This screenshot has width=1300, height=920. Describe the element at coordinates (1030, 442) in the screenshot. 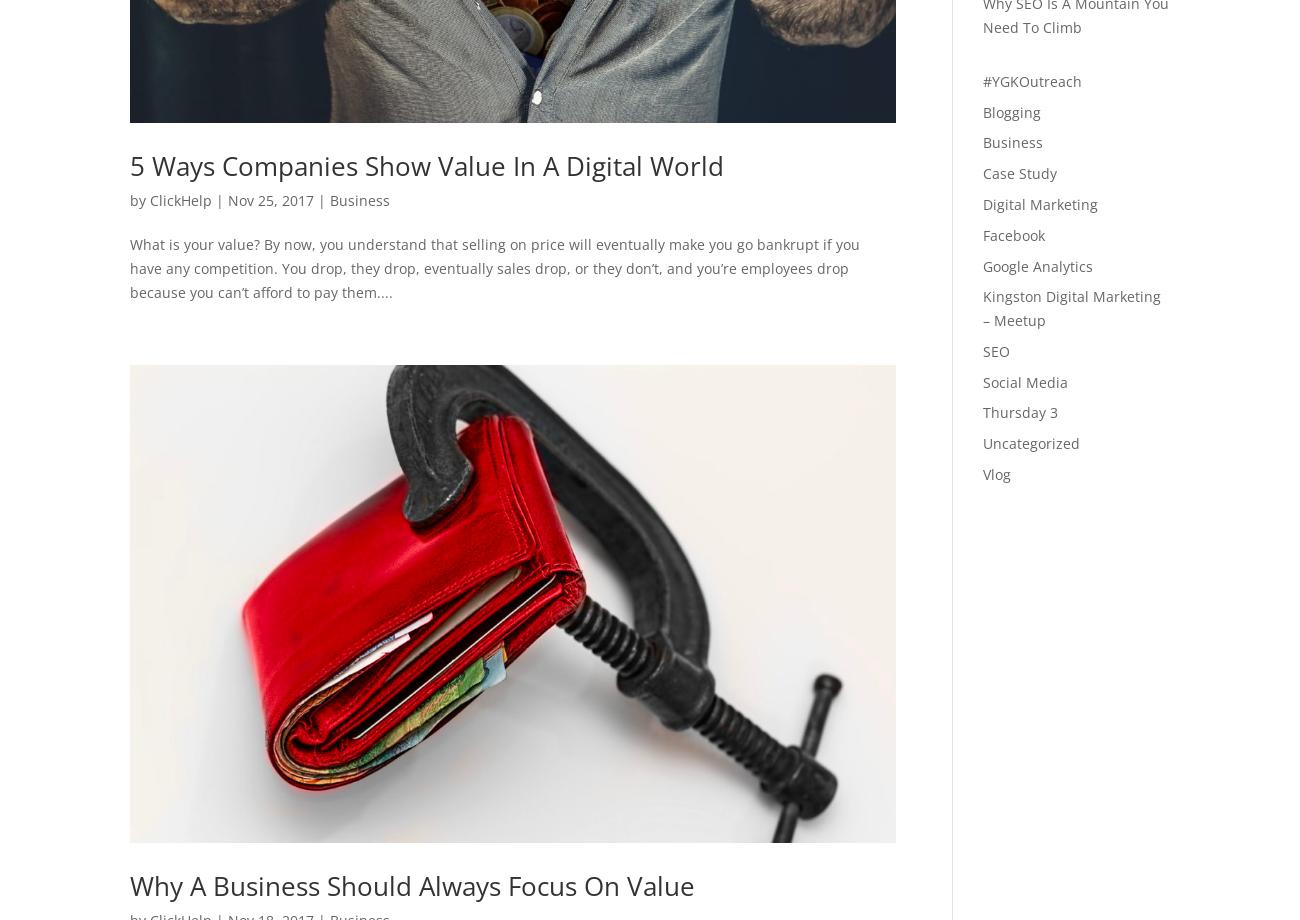

I see `'Uncategorized'` at that location.